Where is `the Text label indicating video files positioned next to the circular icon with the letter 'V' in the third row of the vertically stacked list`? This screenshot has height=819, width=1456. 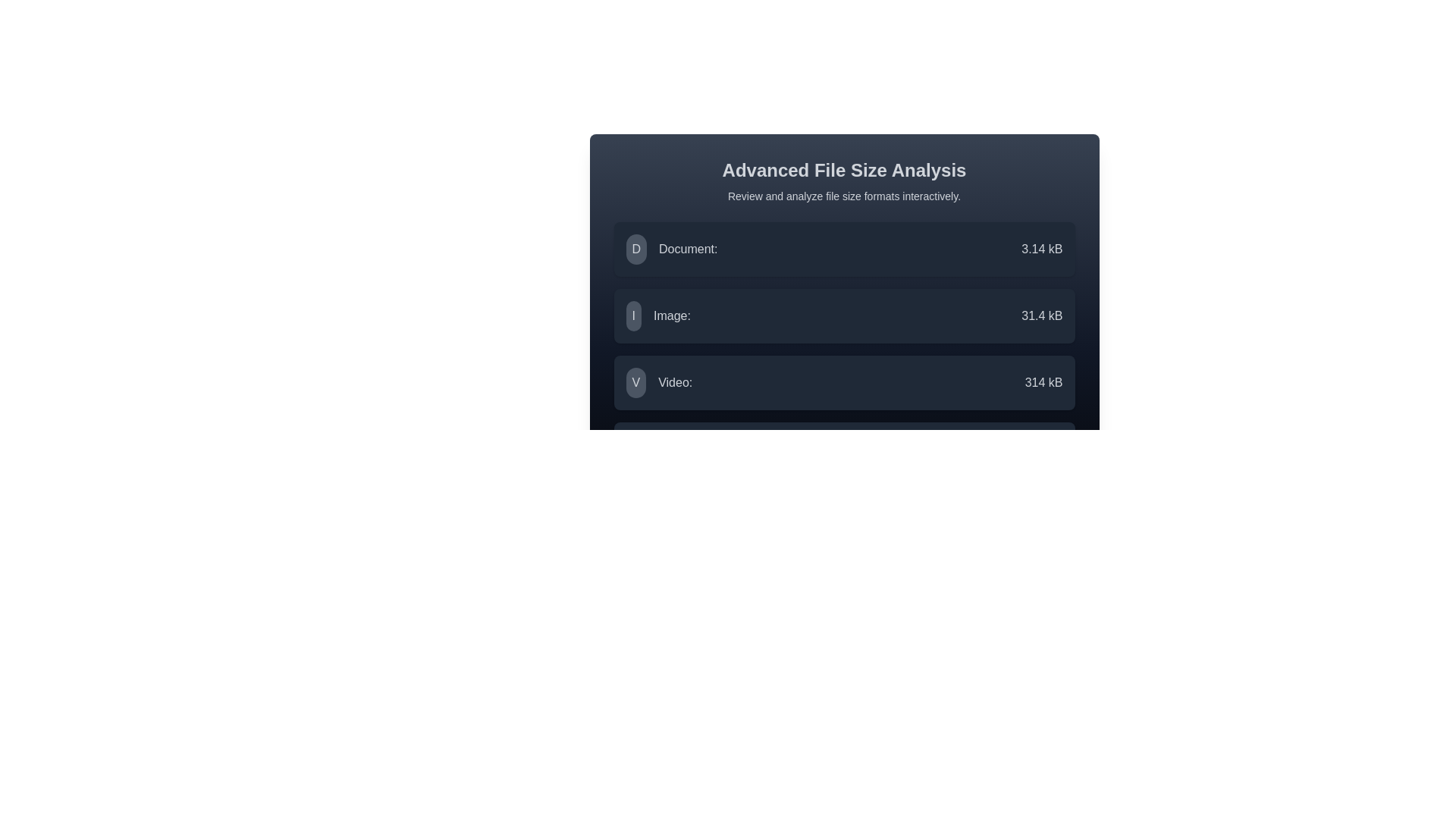 the Text label indicating video files positioned next to the circular icon with the letter 'V' in the third row of the vertically stacked list is located at coordinates (674, 382).